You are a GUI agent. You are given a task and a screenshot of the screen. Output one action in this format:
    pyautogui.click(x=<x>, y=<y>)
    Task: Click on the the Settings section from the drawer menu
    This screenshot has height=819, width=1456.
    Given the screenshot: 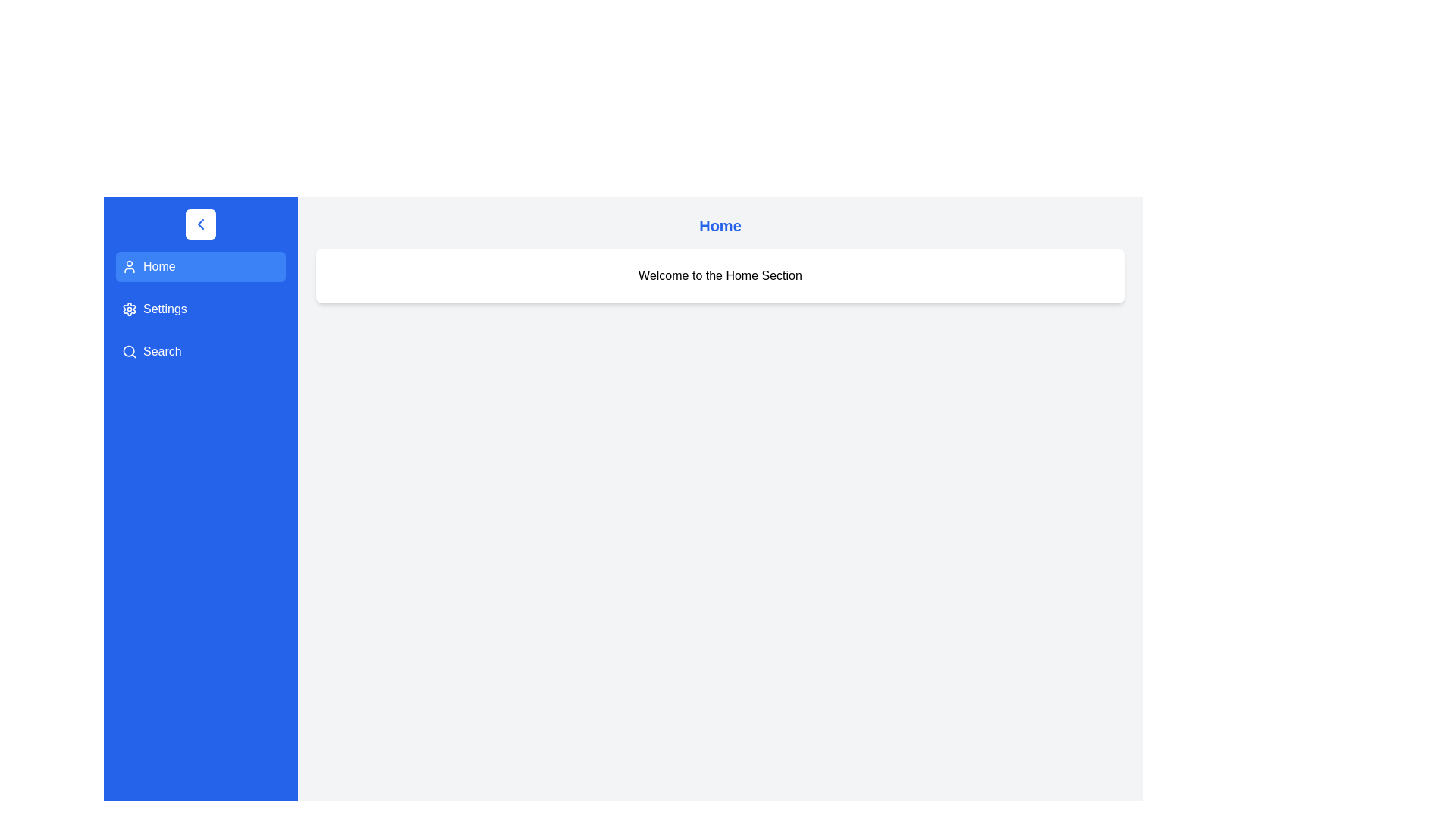 What is the action you would take?
    pyautogui.click(x=199, y=309)
    